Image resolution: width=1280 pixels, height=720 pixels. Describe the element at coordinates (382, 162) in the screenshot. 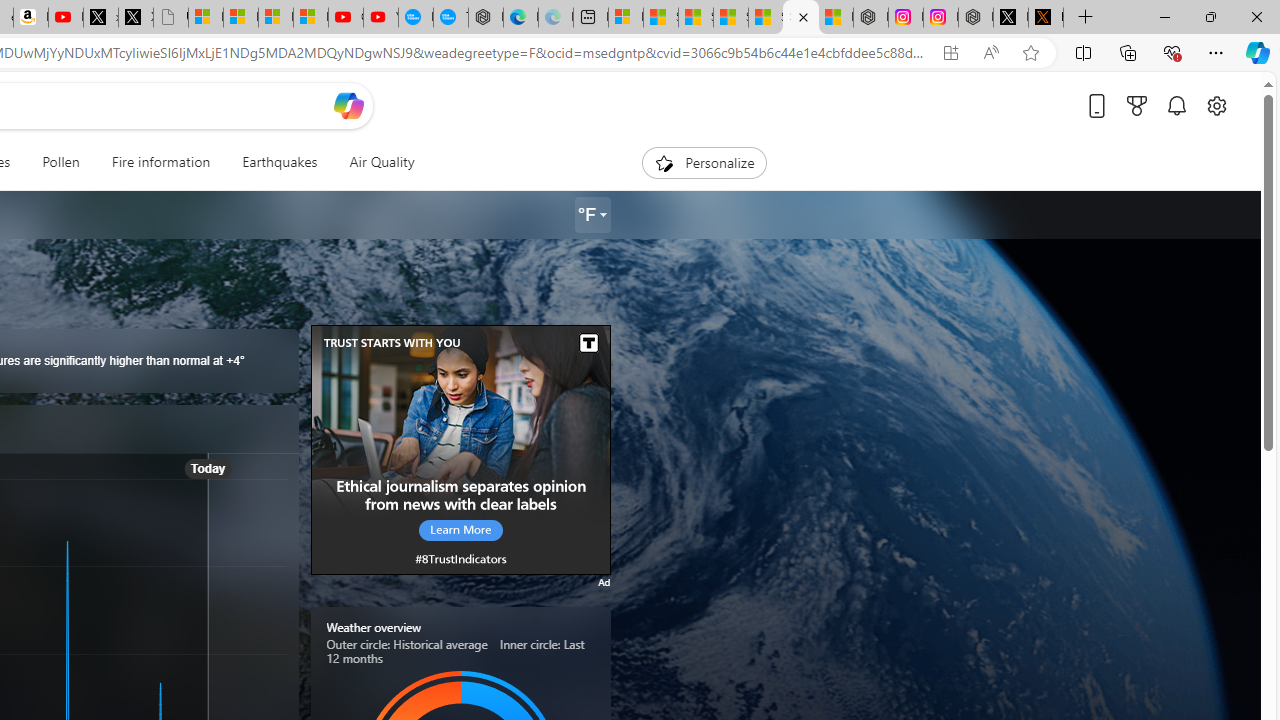

I see `'Air Quality'` at that location.